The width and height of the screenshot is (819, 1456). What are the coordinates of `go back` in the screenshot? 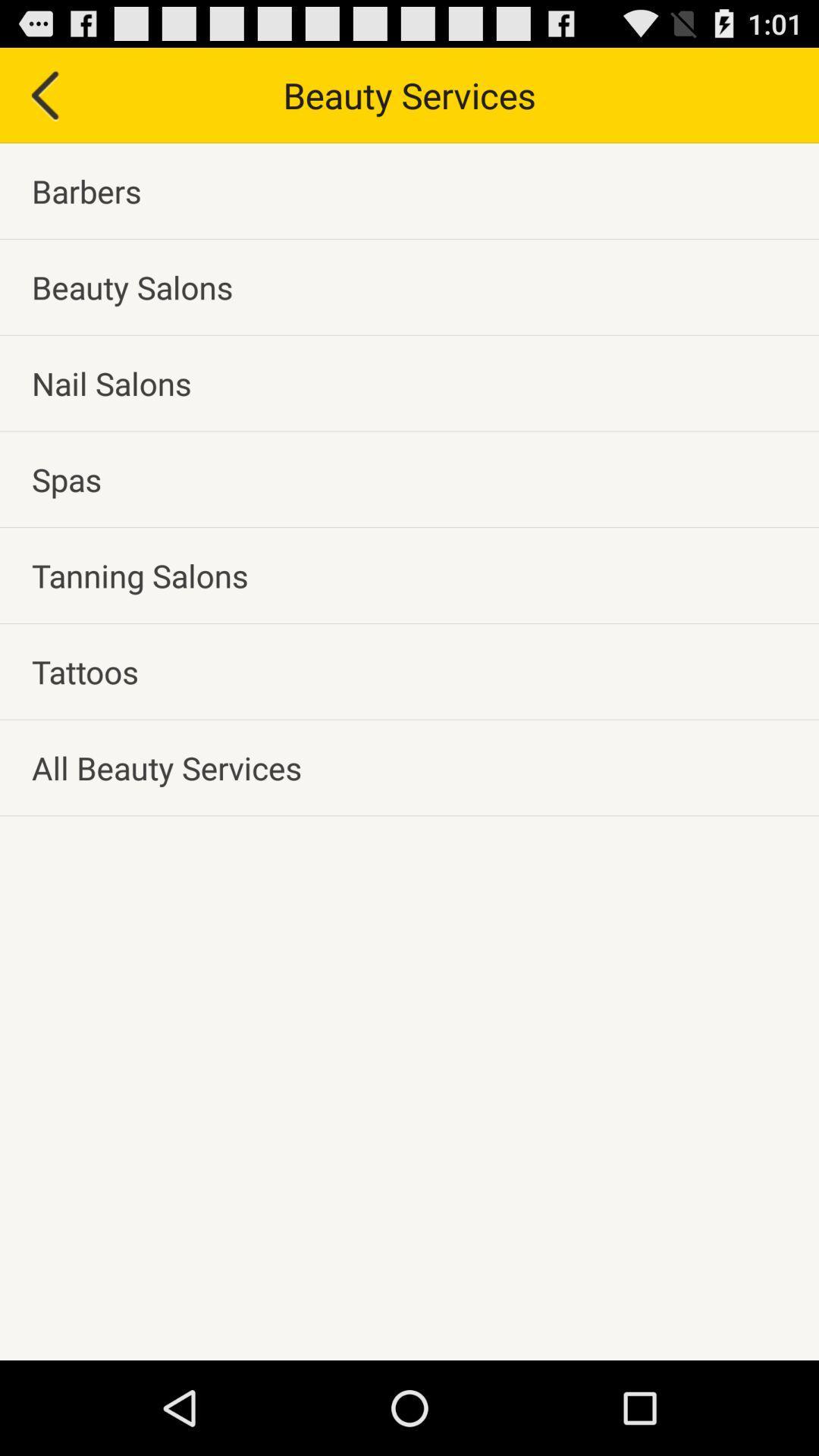 It's located at (42, 94).